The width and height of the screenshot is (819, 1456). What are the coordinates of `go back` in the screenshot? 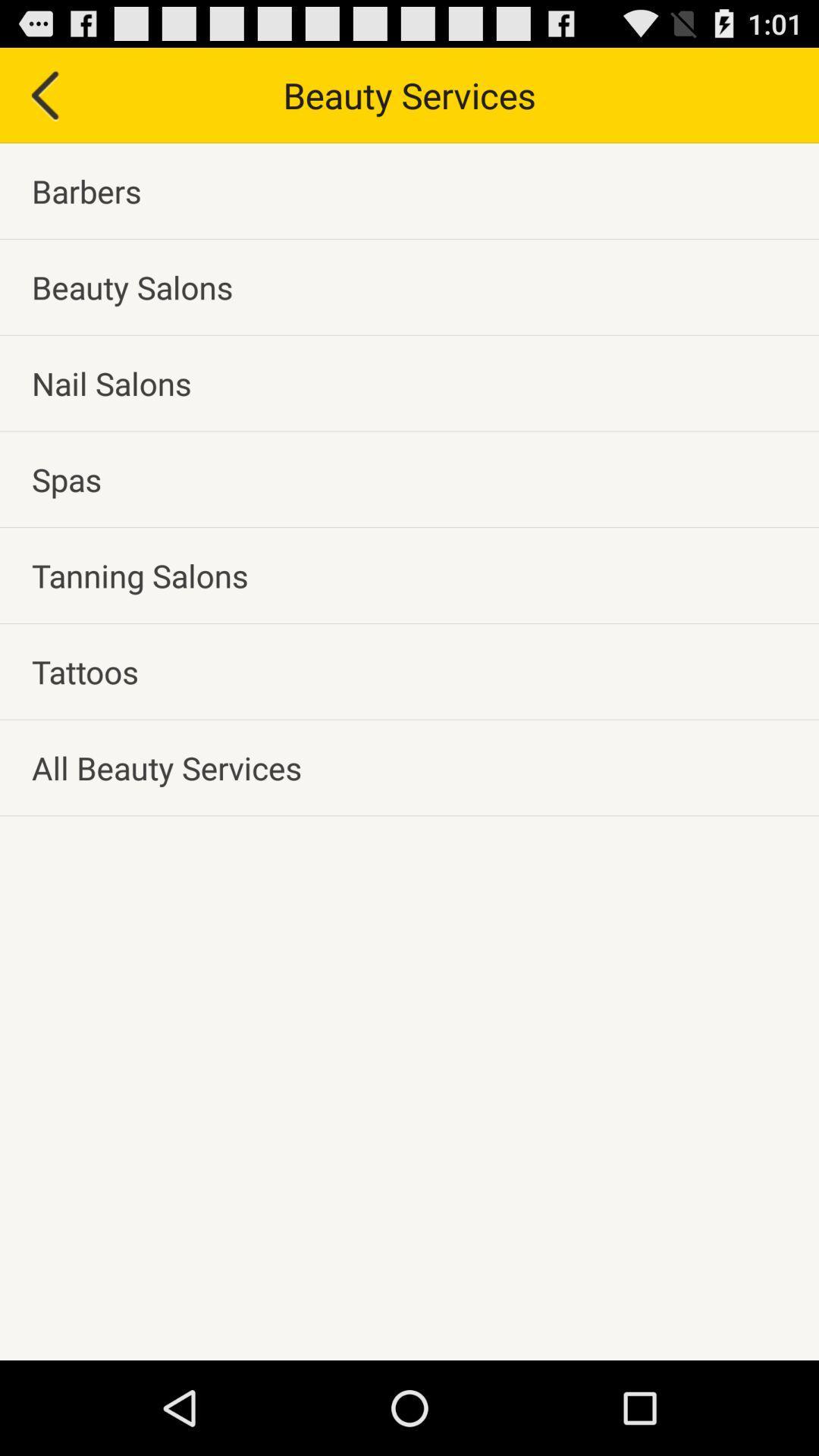 It's located at (42, 94).